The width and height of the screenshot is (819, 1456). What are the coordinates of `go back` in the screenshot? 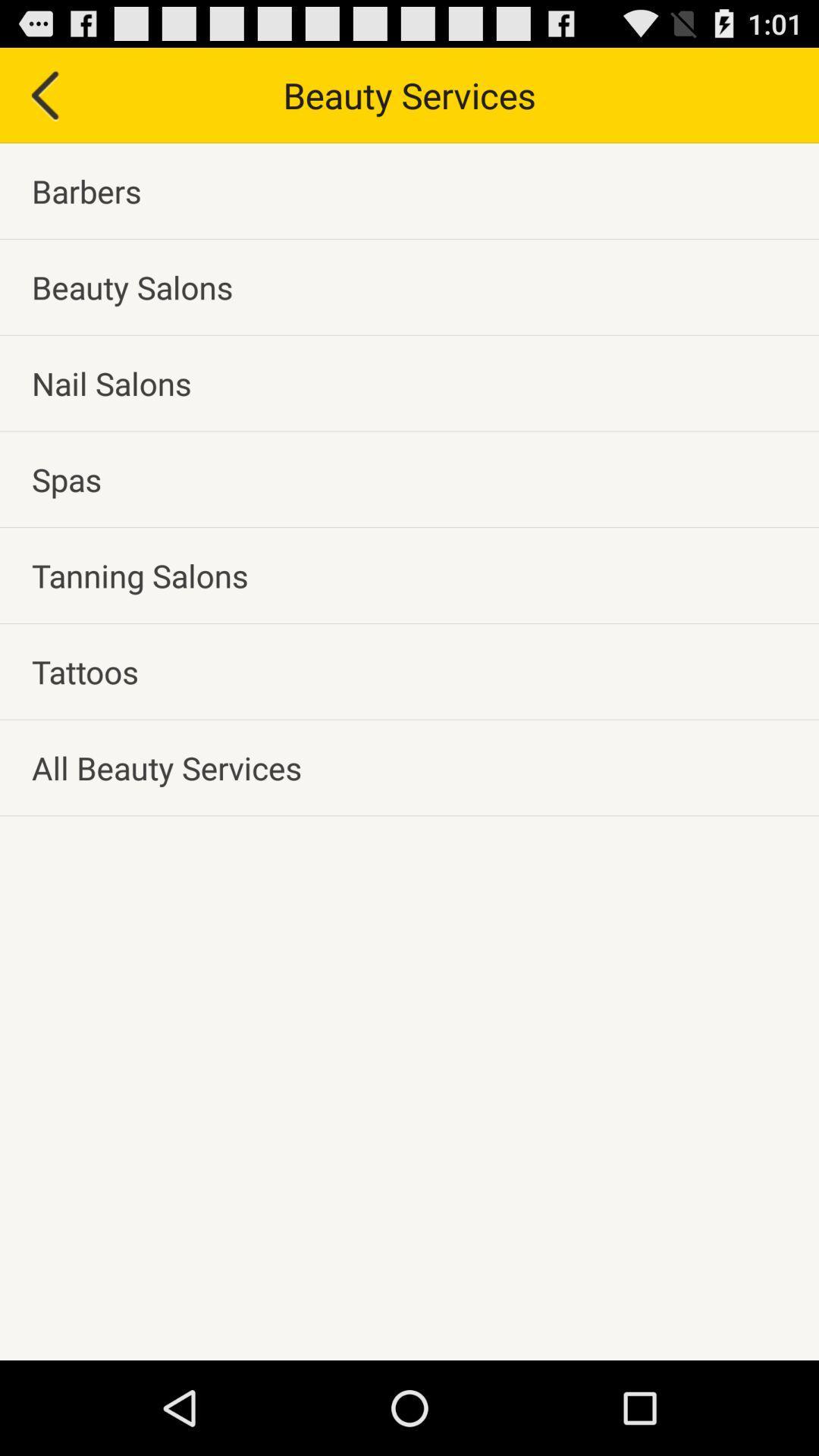 It's located at (42, 94).